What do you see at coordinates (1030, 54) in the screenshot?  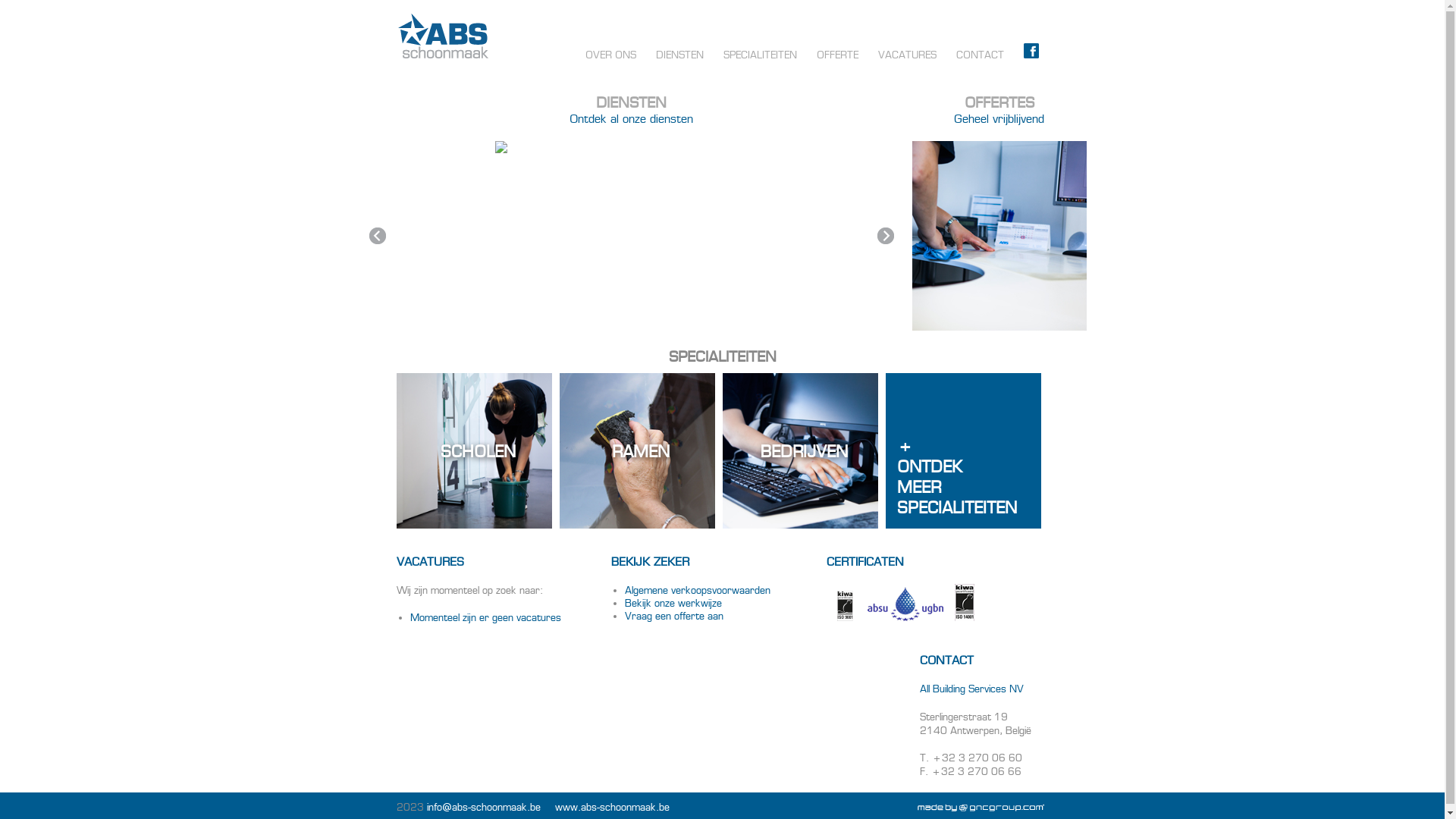 I see `'Facebook'` at bounding box center [1030, 54].